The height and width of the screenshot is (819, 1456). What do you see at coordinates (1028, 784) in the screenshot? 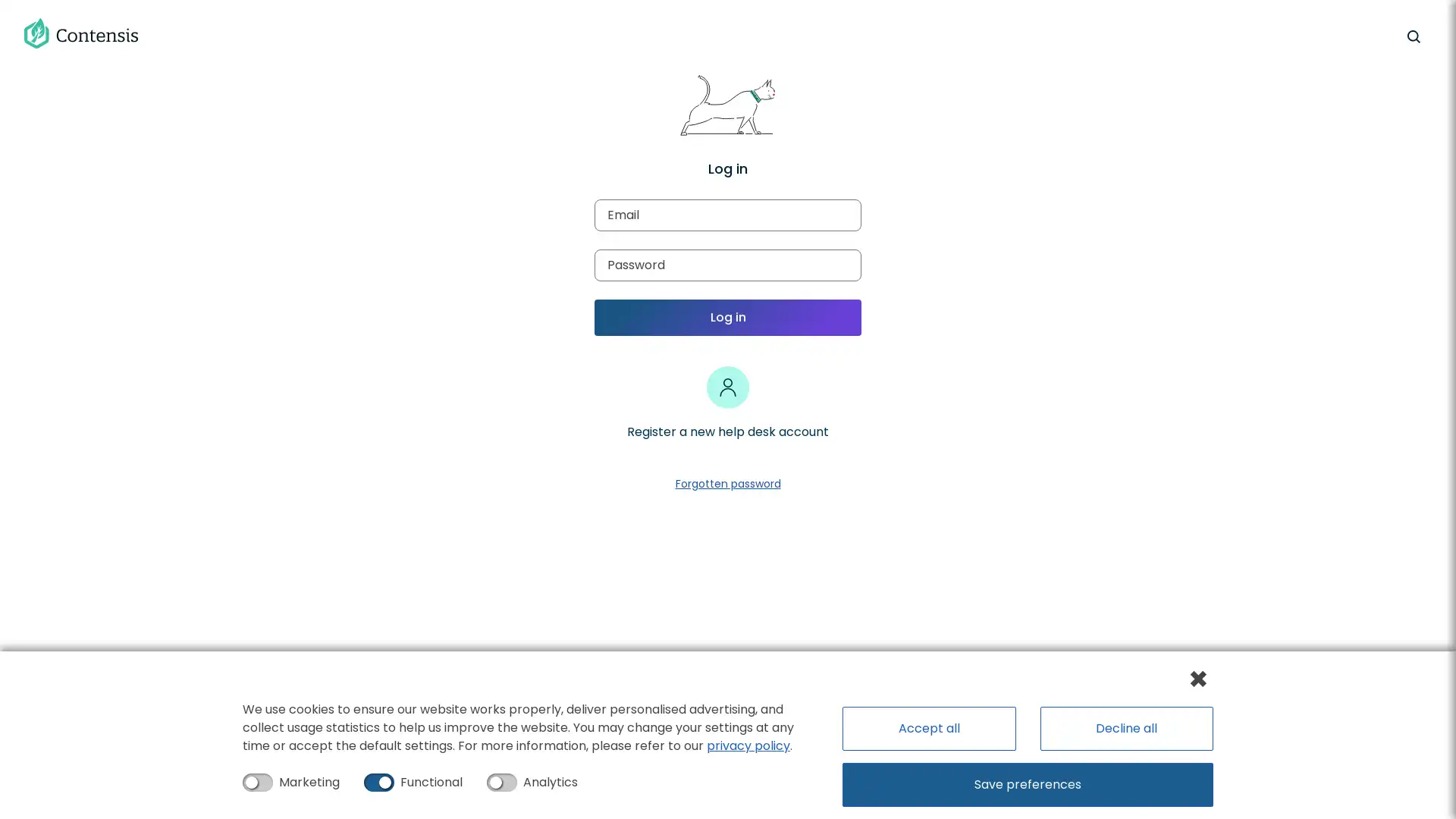
I see `Save preferences` at bounding box center [1028, 784].